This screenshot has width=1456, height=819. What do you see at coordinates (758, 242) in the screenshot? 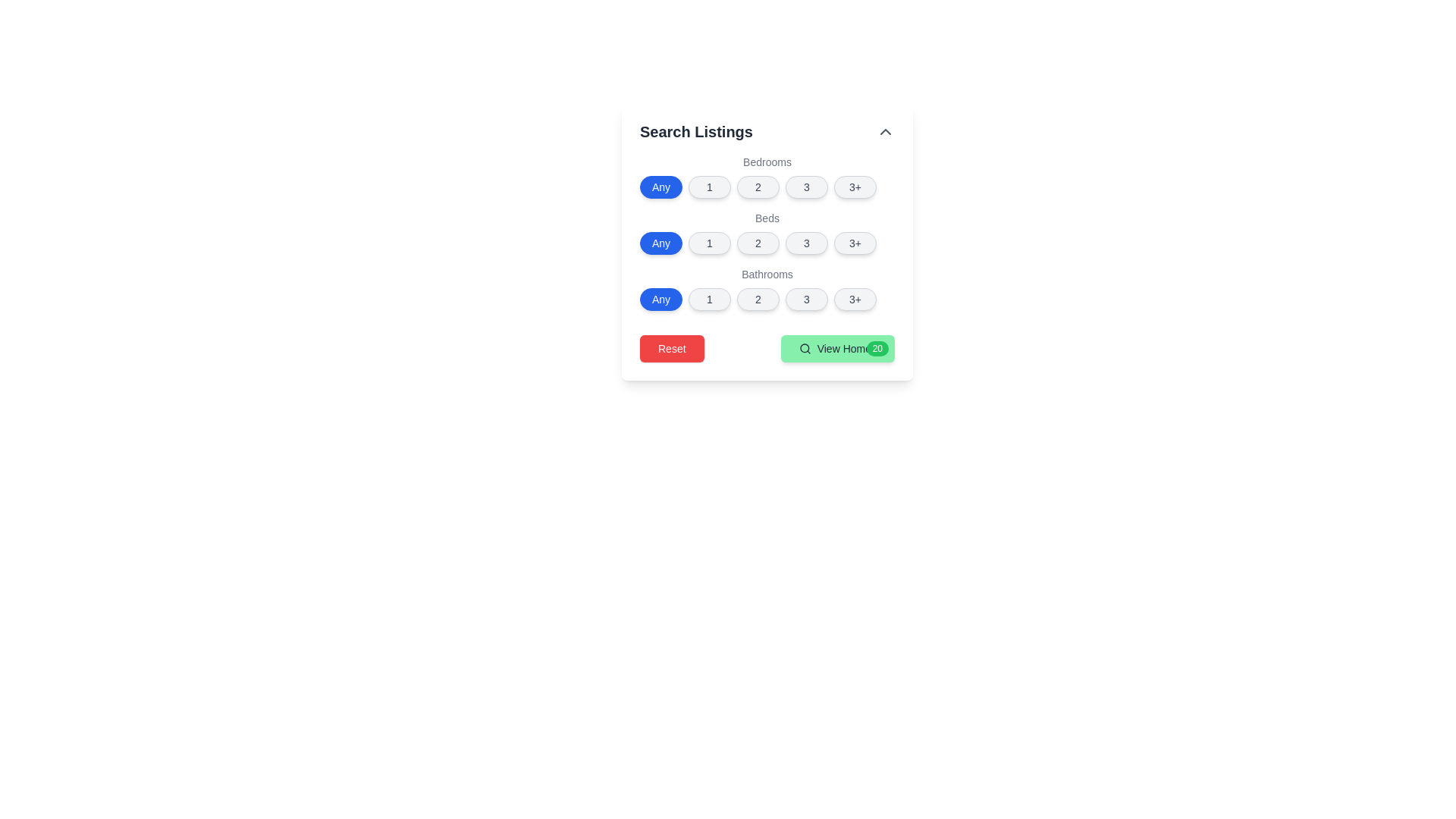
I see `the button labeled '2' in the 'Beds' row for accessibility purposes` at bounding box center [758, 242].